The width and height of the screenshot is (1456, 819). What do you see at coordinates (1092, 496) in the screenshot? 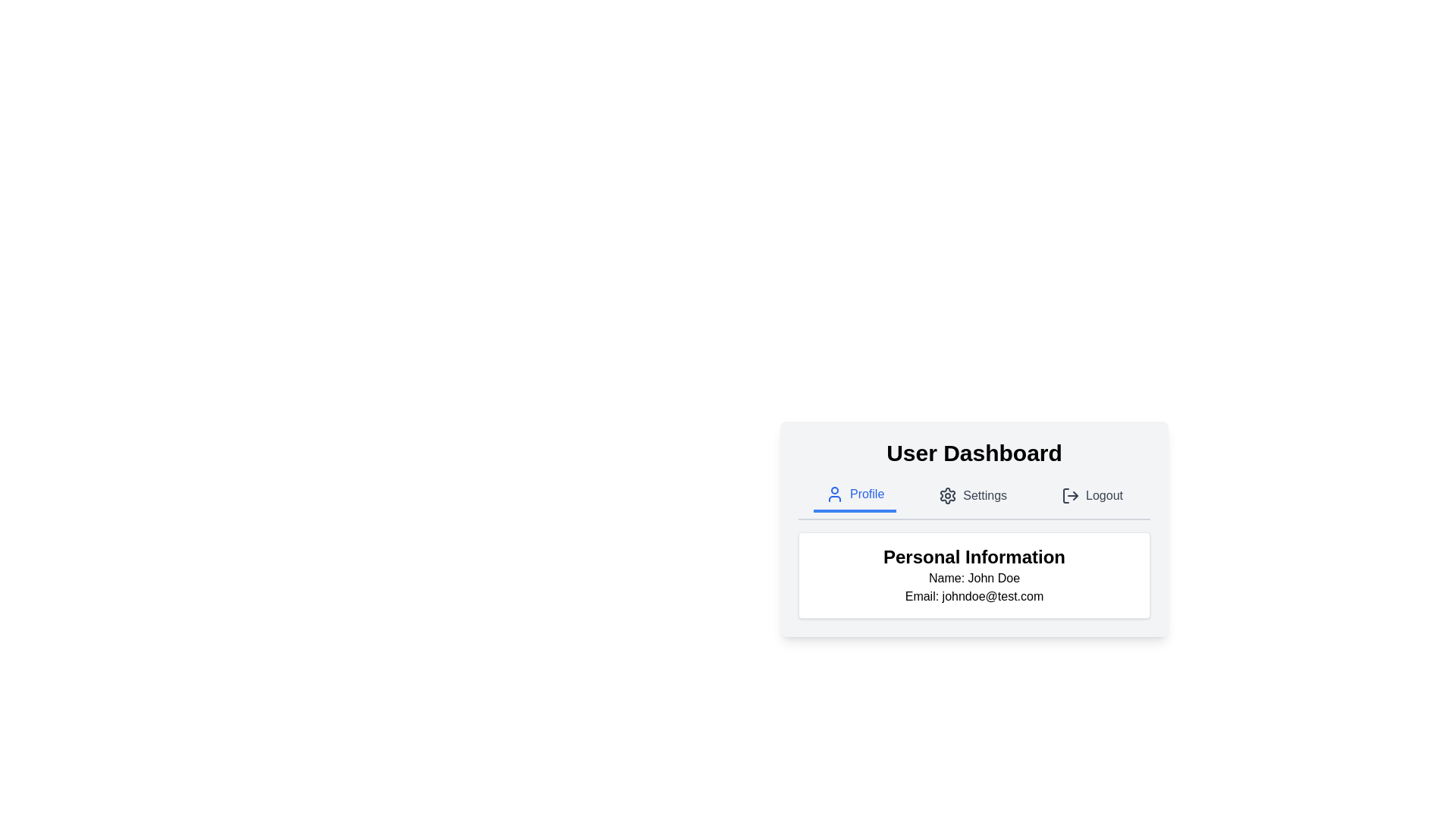
I see `the 'Logout' button, which features a log-out icon and is located` at bounding box center [1092, 496].